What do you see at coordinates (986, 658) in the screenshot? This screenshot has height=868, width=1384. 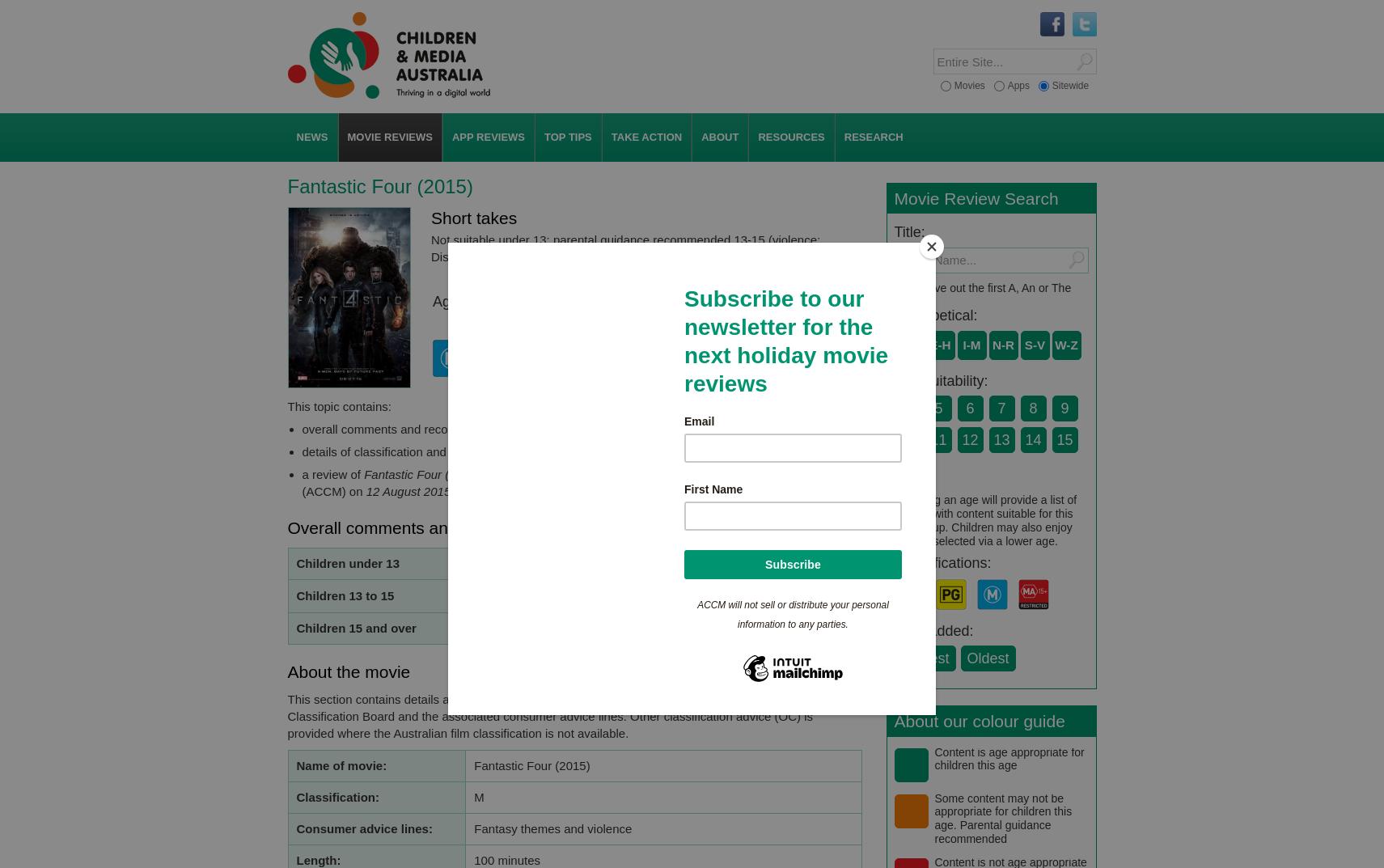 I see `'Oldest'` at bounding box center [986, 658].